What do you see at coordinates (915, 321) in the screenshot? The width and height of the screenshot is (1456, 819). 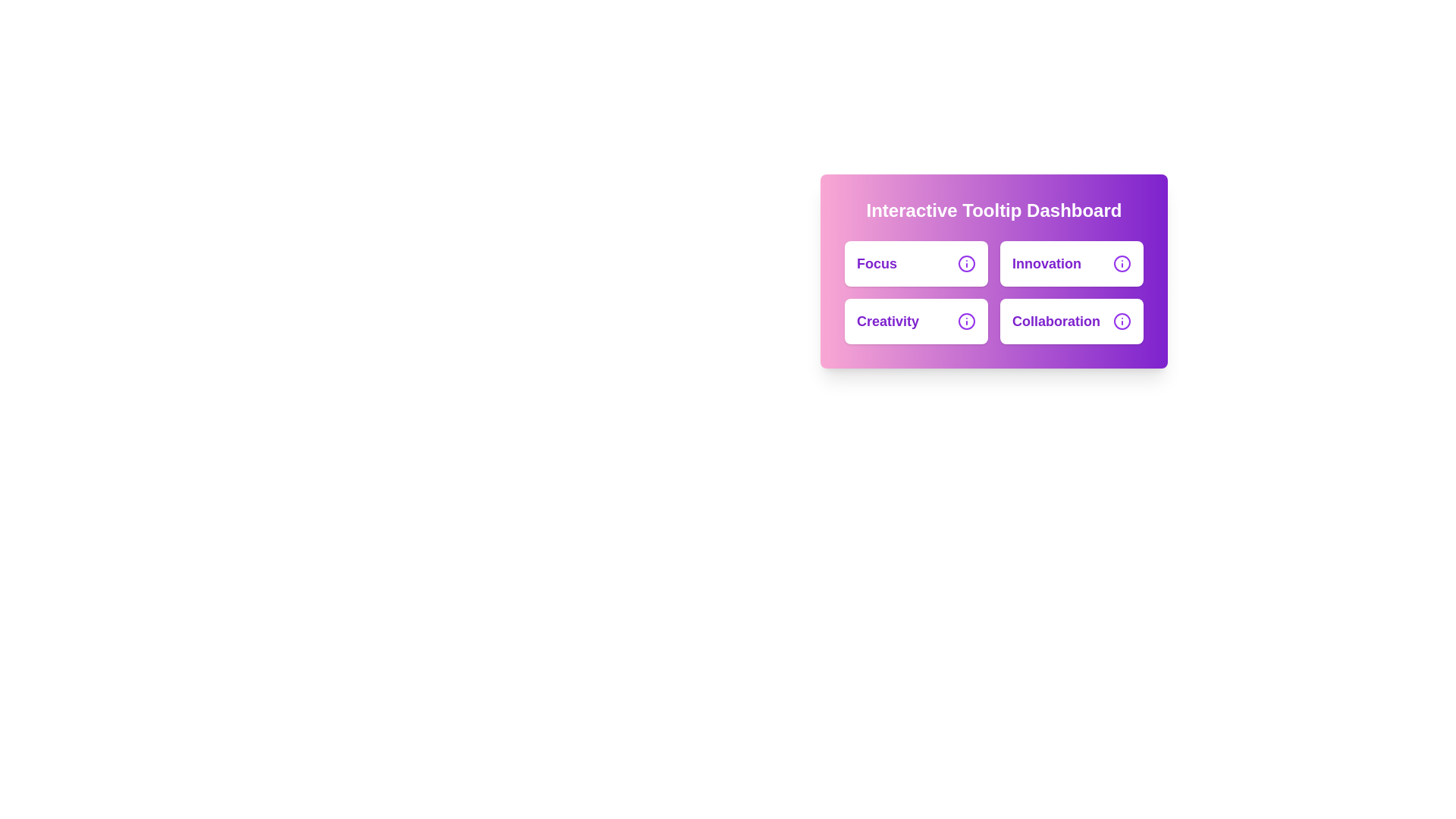 I see `the 'Creativity' text on the card located in the bottom-left quadrant of the grid, below the 'Focus' card and to the left of the 'Collaboration' card` at bounding box center [915, 321].